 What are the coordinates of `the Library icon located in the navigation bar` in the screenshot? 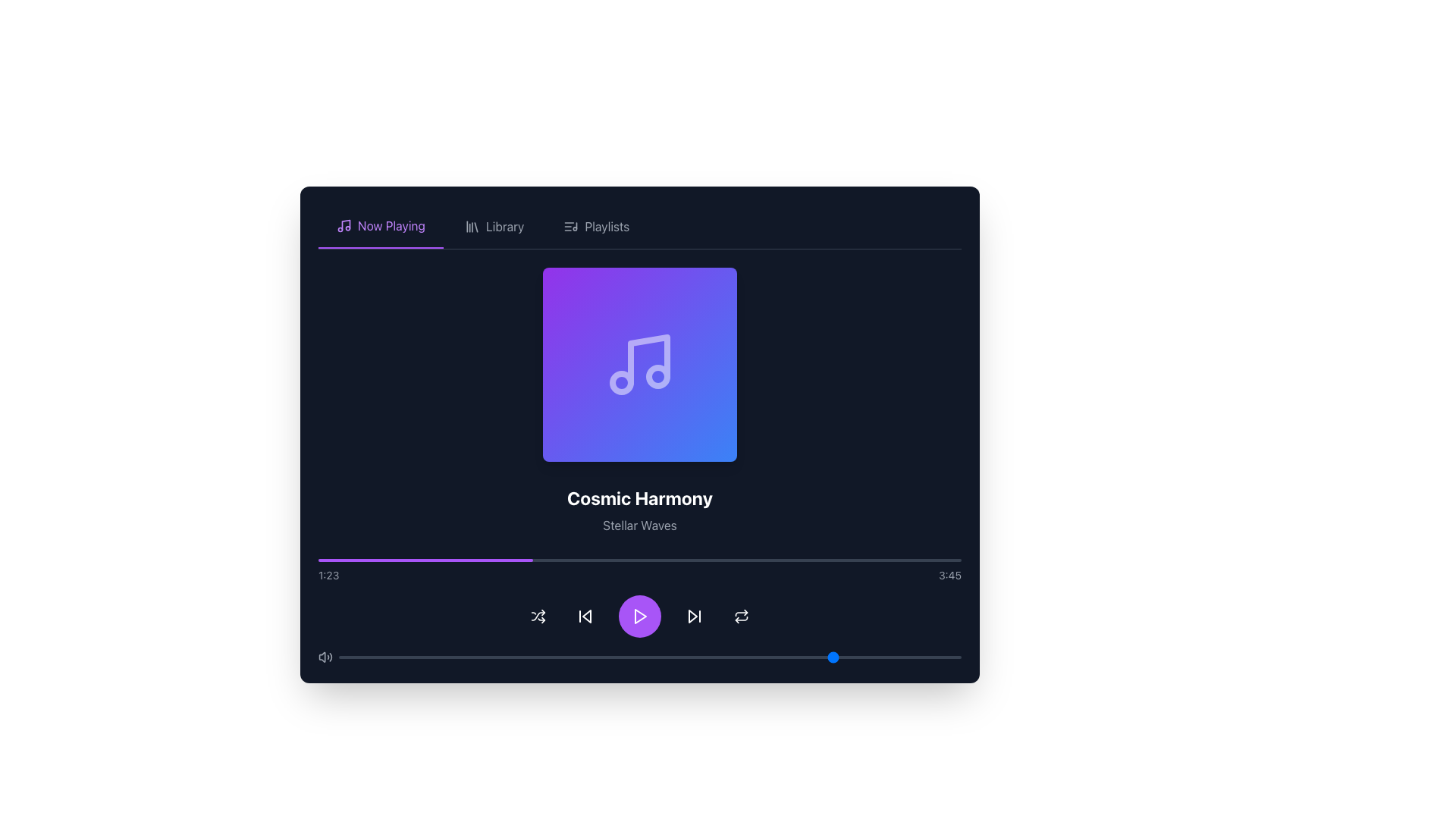 It's located at (471, 227).